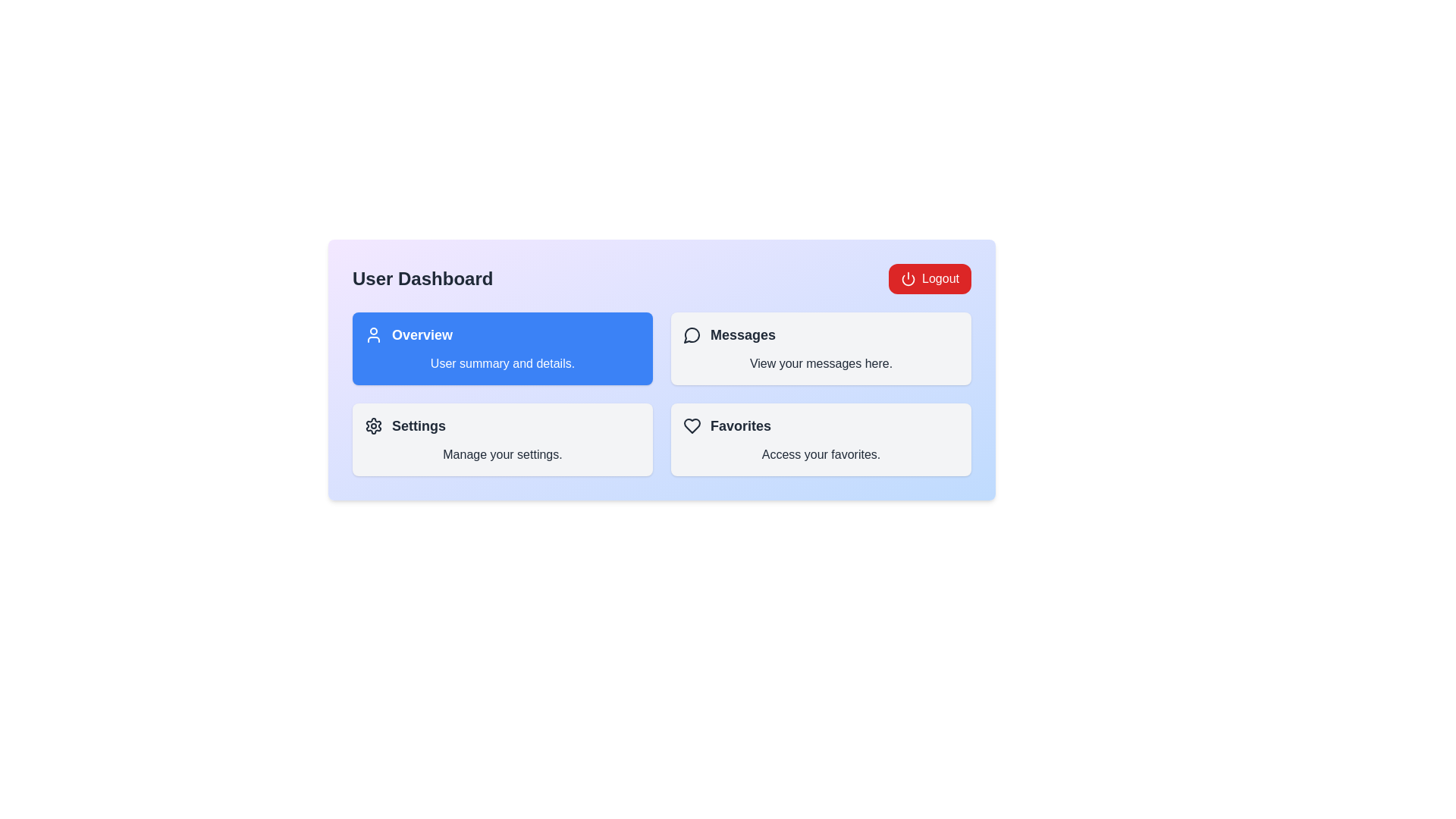 This screenshot has width=1456, height=819. I want to click on the logout button located at the top-right corner of the User Dashboard to initiate logout, so click(929, 278).